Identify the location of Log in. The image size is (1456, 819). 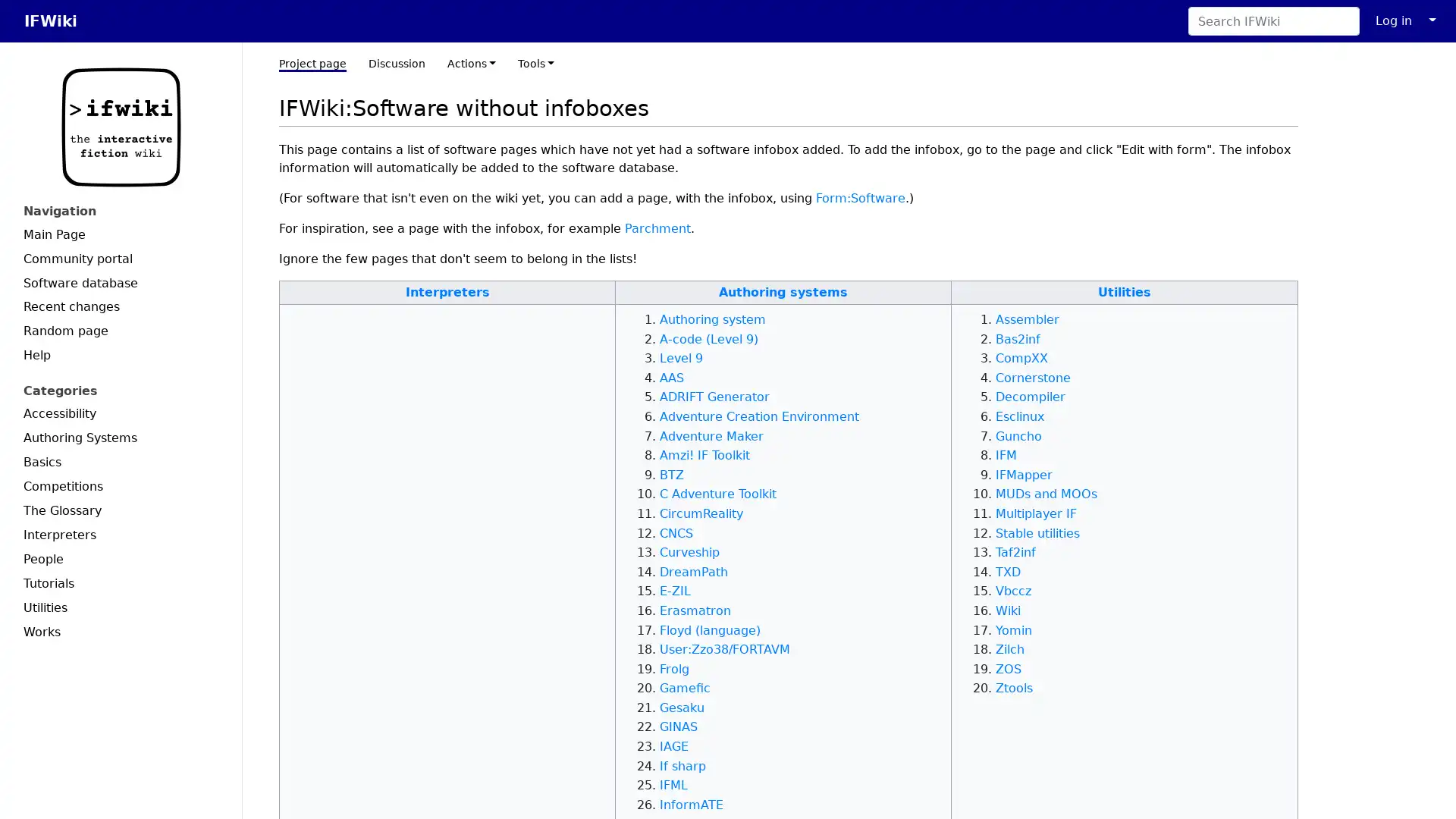
(1394, 20).